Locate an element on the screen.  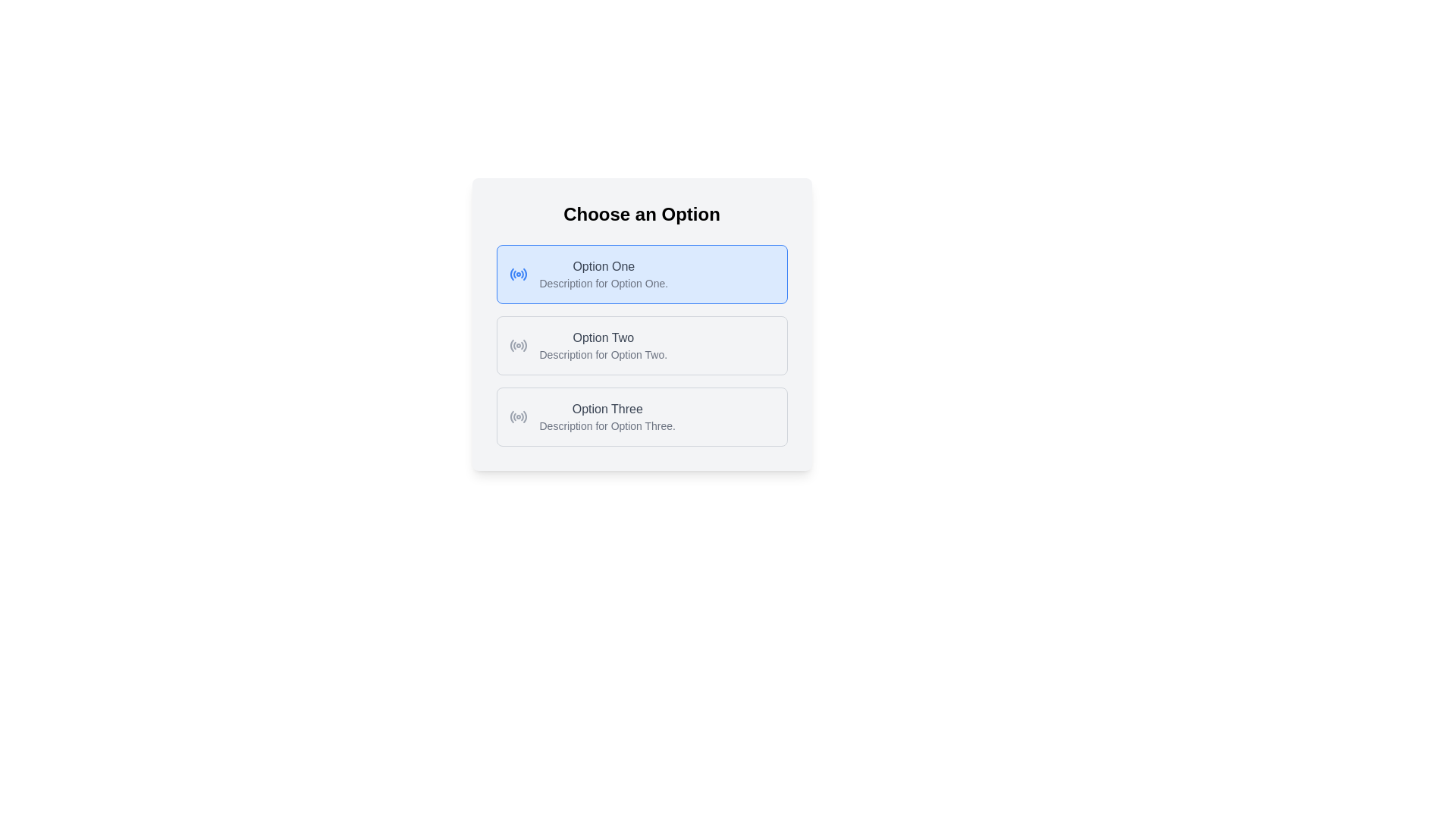
the first selectable card in the list is located at coordinates (642, 275).